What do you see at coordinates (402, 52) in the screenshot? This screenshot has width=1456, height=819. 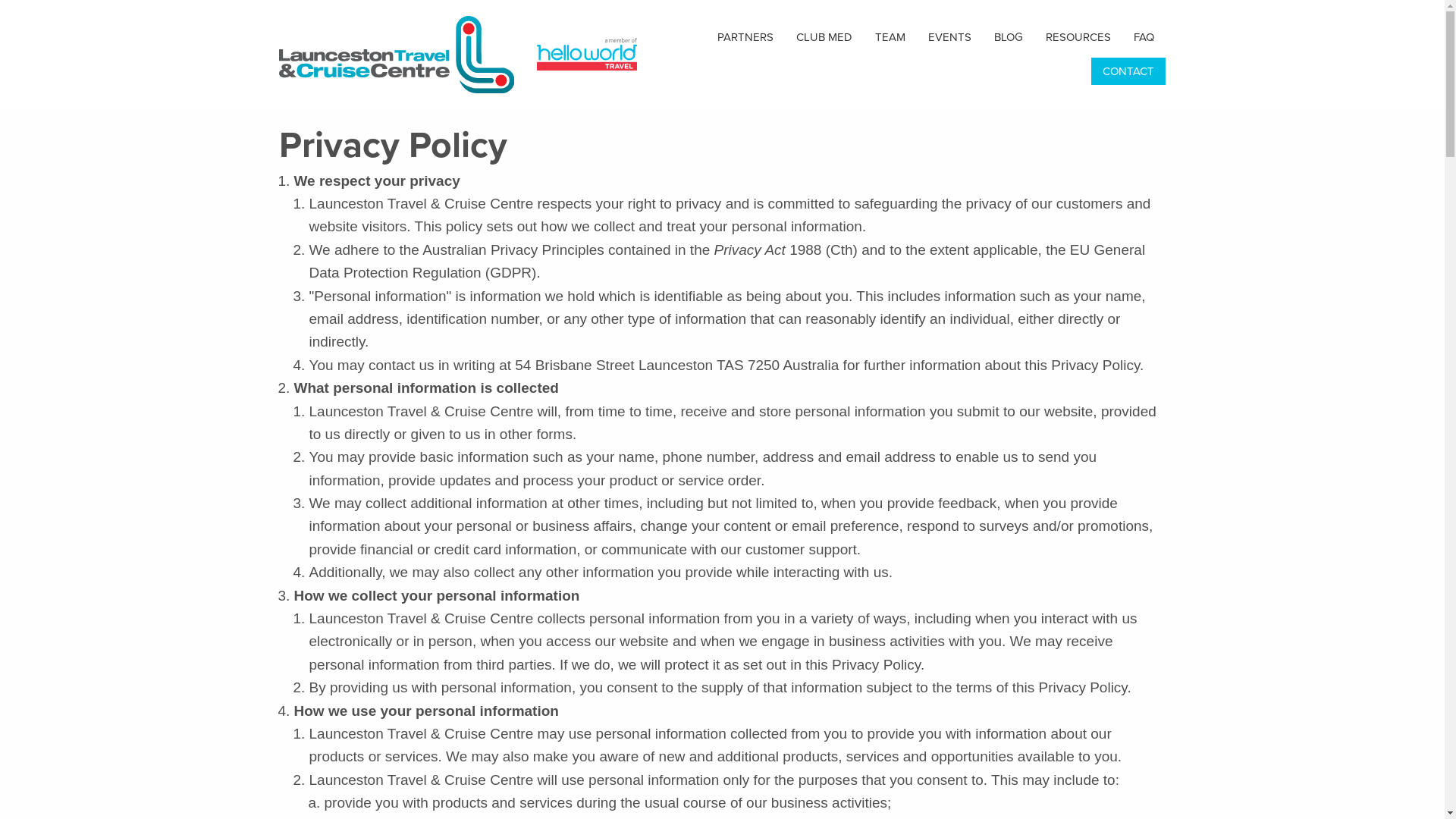 I see `'Launceston Travel & Cruise Centre - Home Page'` at bounding box center [402, 52].